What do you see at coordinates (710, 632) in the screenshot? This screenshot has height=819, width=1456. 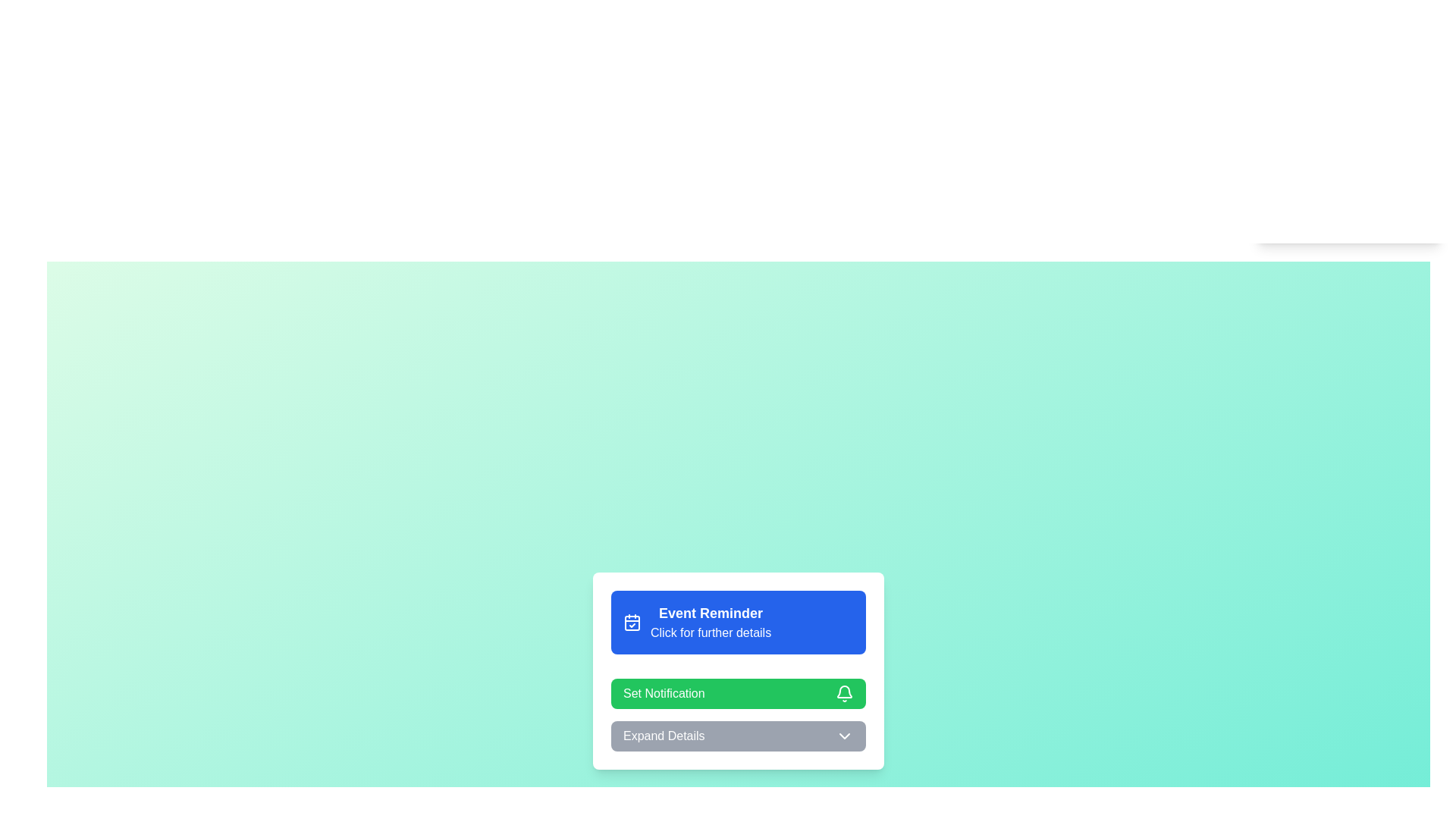 I see `the text label that reads 'Click for further details' which is displayed in white font on a blue background, positioned below 'Event Reminder'` at bounding box center [710, 632].